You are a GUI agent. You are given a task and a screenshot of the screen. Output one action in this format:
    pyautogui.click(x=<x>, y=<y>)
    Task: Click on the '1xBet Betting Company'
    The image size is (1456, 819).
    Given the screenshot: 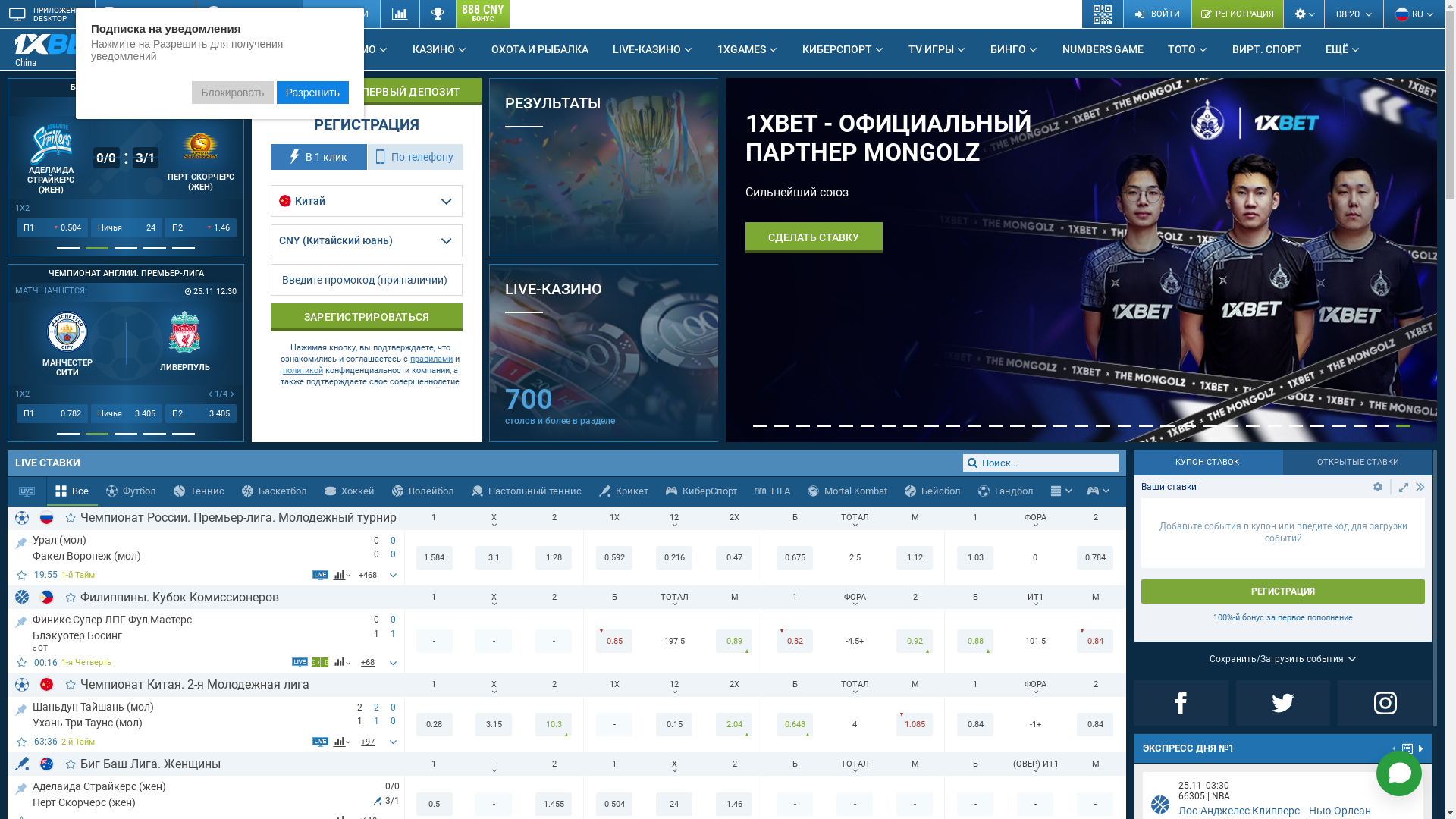 What is the action you would take?
    pyautogui.click(x=14, y=42)
    